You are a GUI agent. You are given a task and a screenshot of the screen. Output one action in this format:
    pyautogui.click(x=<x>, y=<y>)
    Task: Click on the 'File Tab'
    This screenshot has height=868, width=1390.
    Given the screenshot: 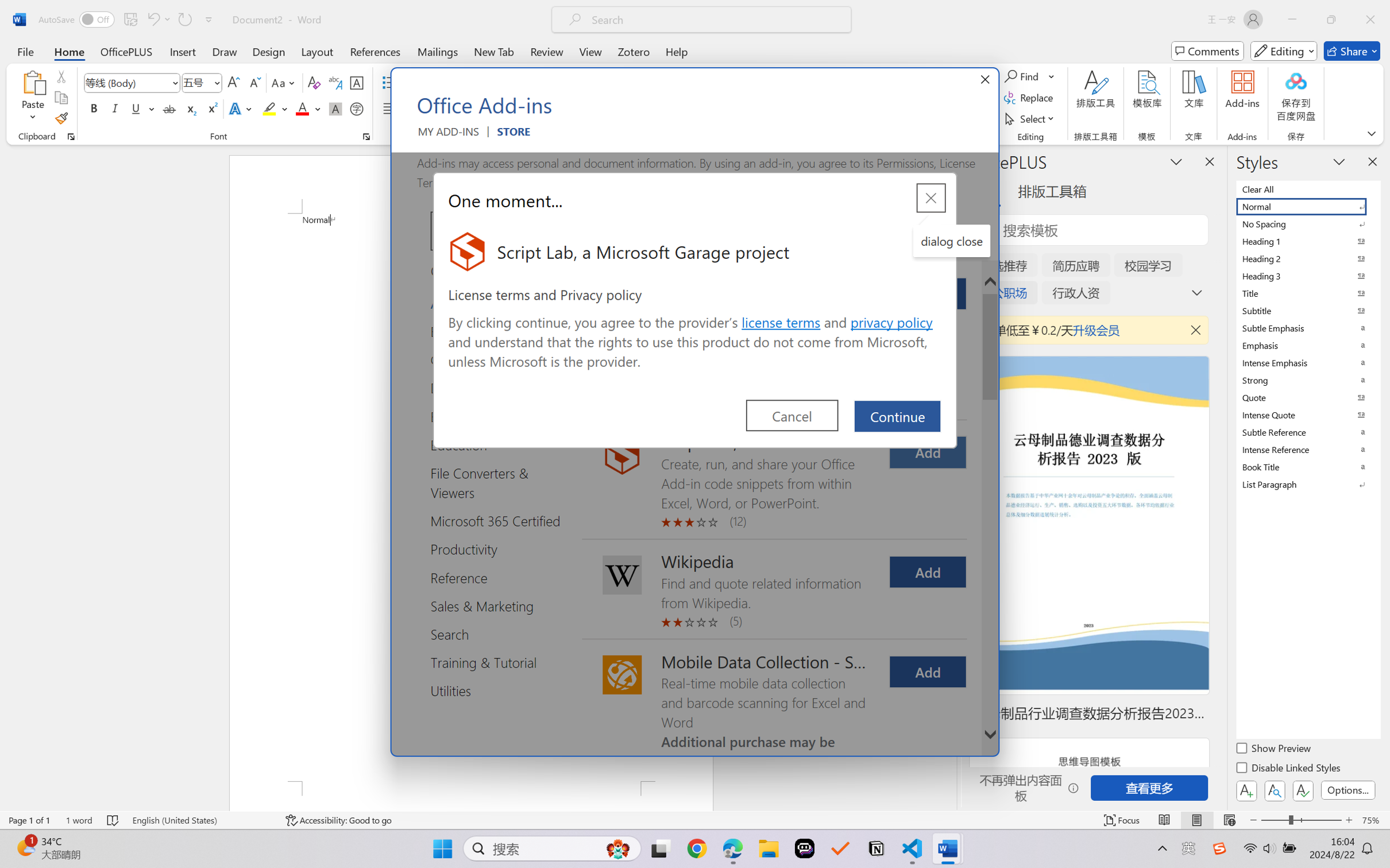 What is the action you would take?
    pyautogui.click(x=25, y=51)
    